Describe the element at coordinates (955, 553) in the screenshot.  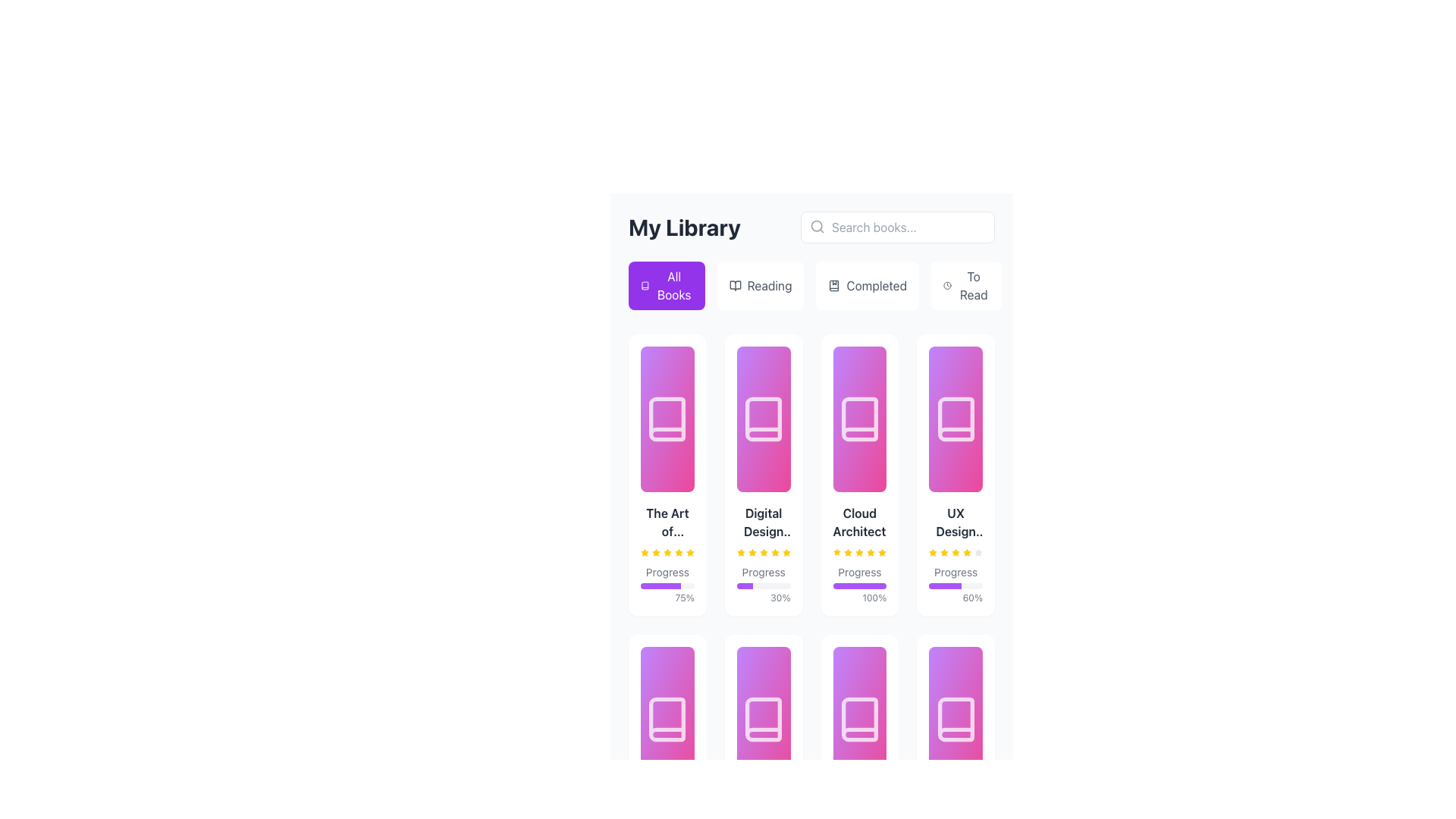
I see `the fourth rating star in the rating system of the UX Design card, which is the fourth item in the first row of the book list in the My Library interface` at that location.